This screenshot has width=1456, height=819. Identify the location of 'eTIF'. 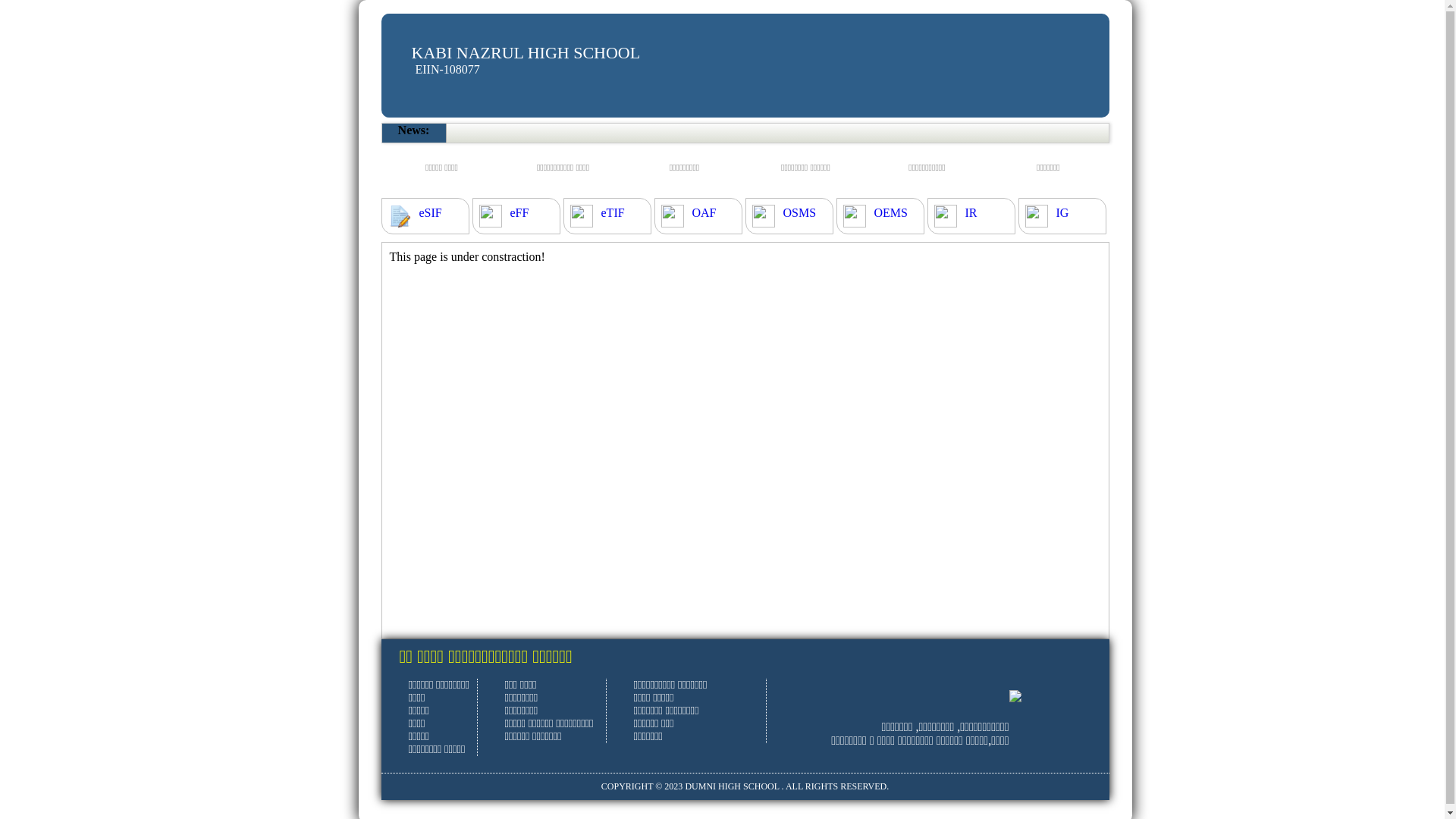
(612, 213).